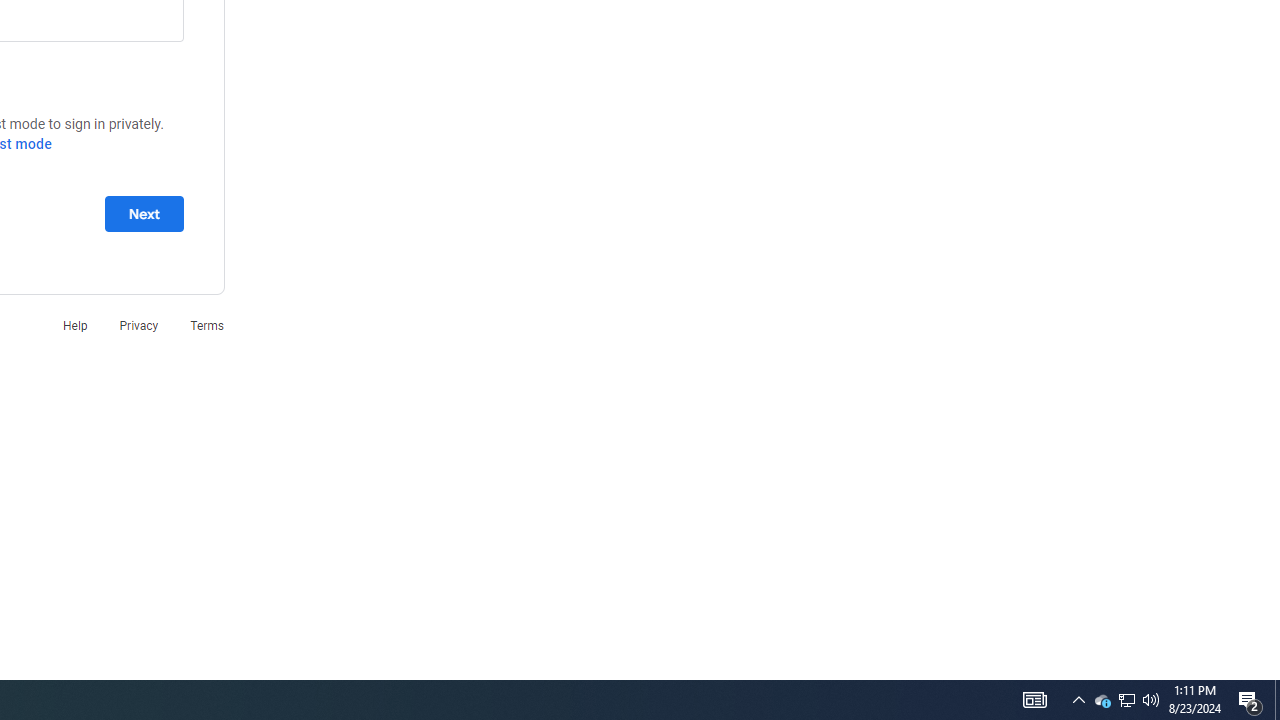 The width and height of the screenshot is (1280, 720). What do you see at coordinates (1250, 698) in the screenshot?
I see `'Action Center, 2 new notifications'` at bounding box center [1250, 698].